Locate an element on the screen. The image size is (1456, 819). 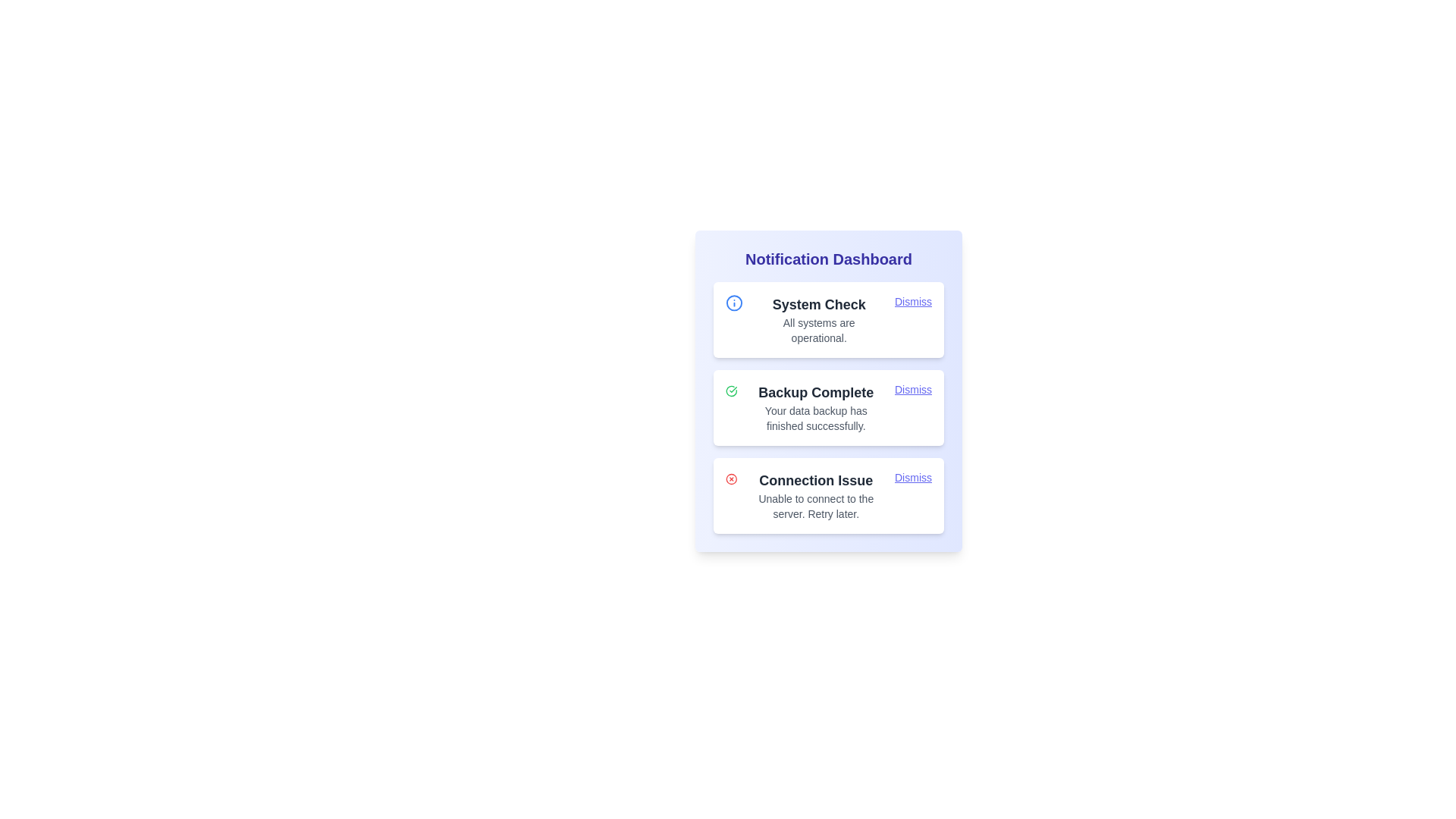
the static text label reading 'Notification Dashboard', which is styled in bold indigo at the top of the notification card is located at coordinates (828, 259).